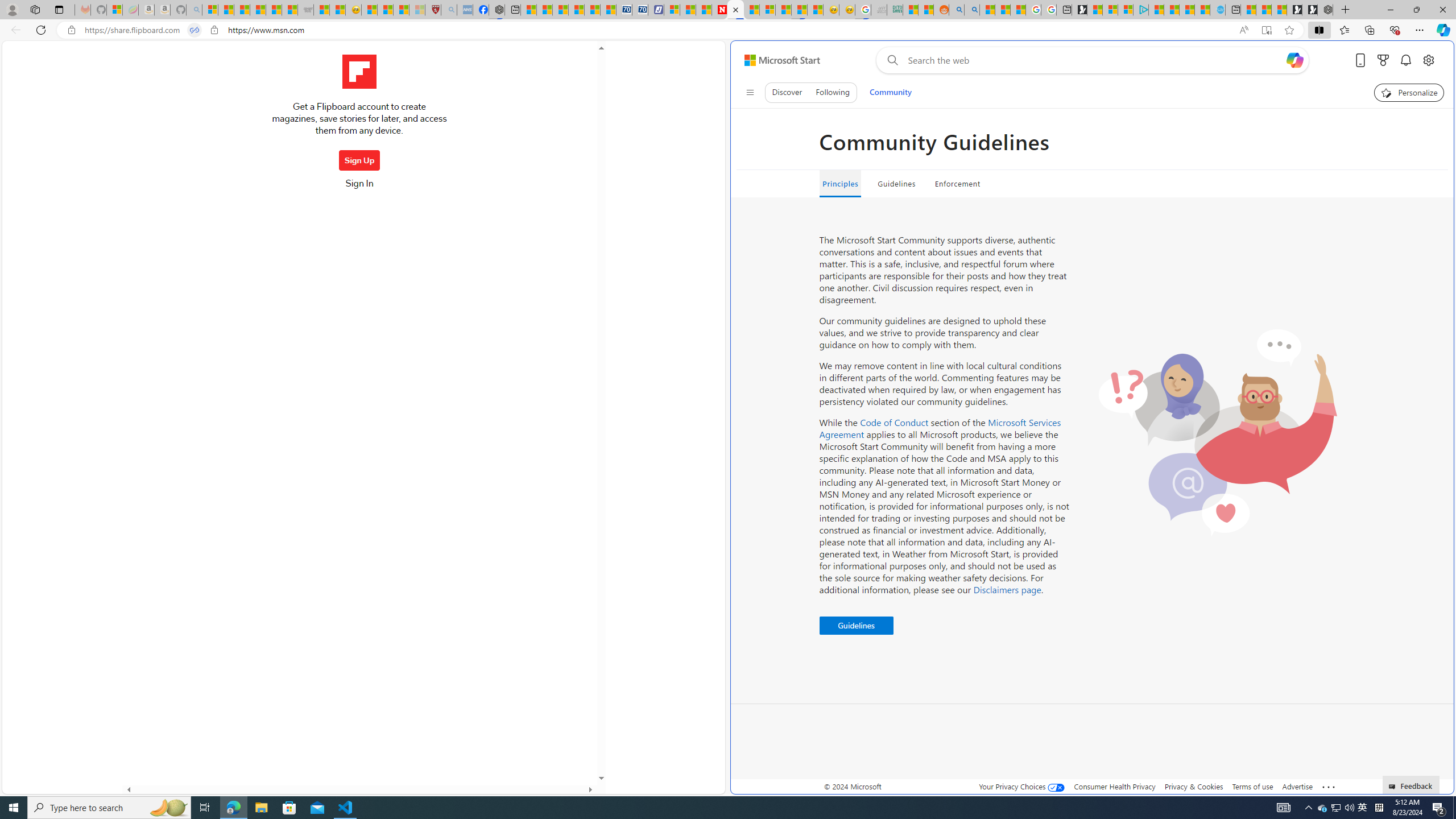  What do you see at coordinates (1393, 786) in the screenshot?
I see `'Class: feedback_link_icon-DS-EntryPoint1-1'` at bounding box center [1393, 786].